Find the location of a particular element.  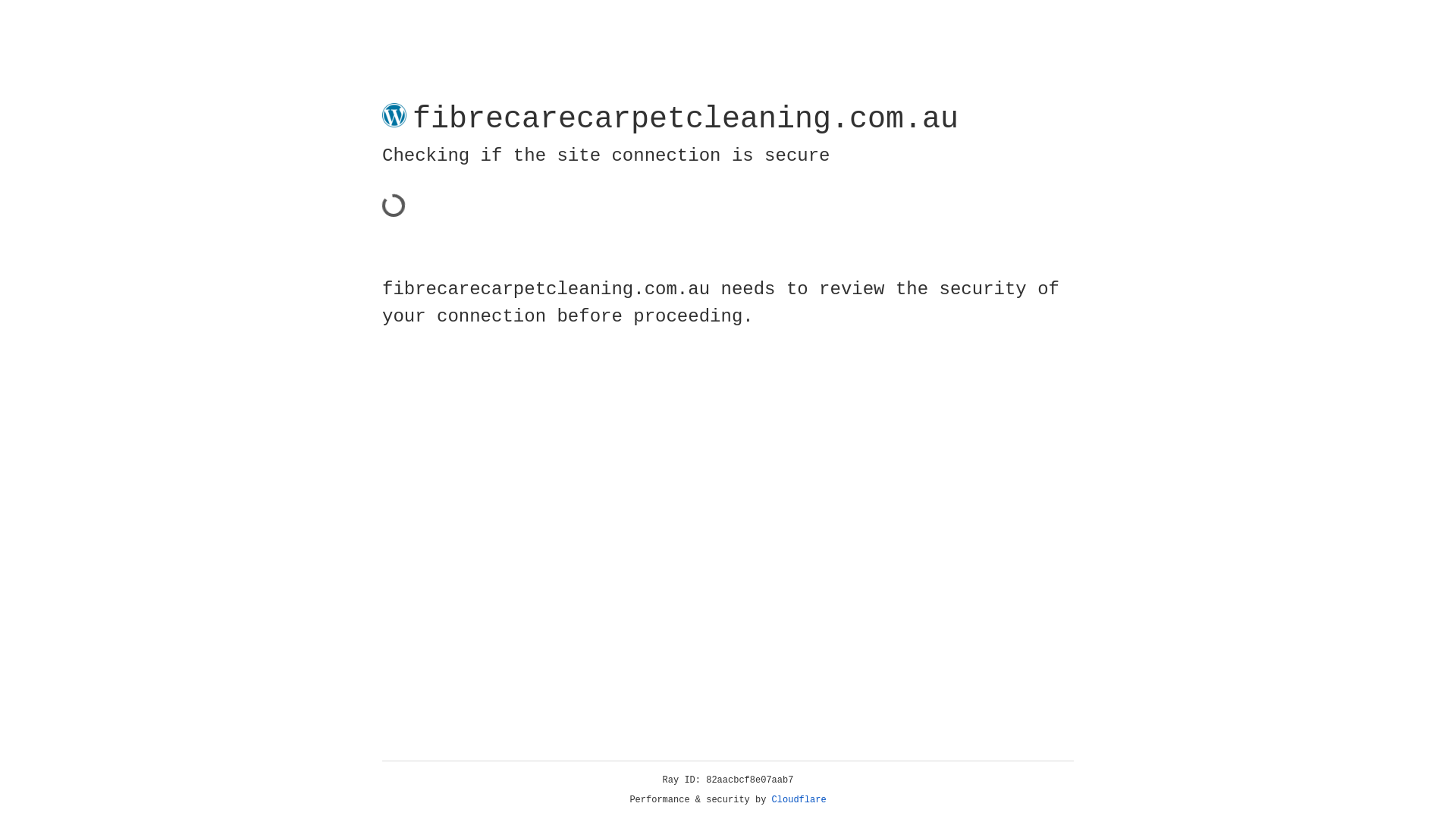

'Cloudflare' is located at coordinates (799, 799).